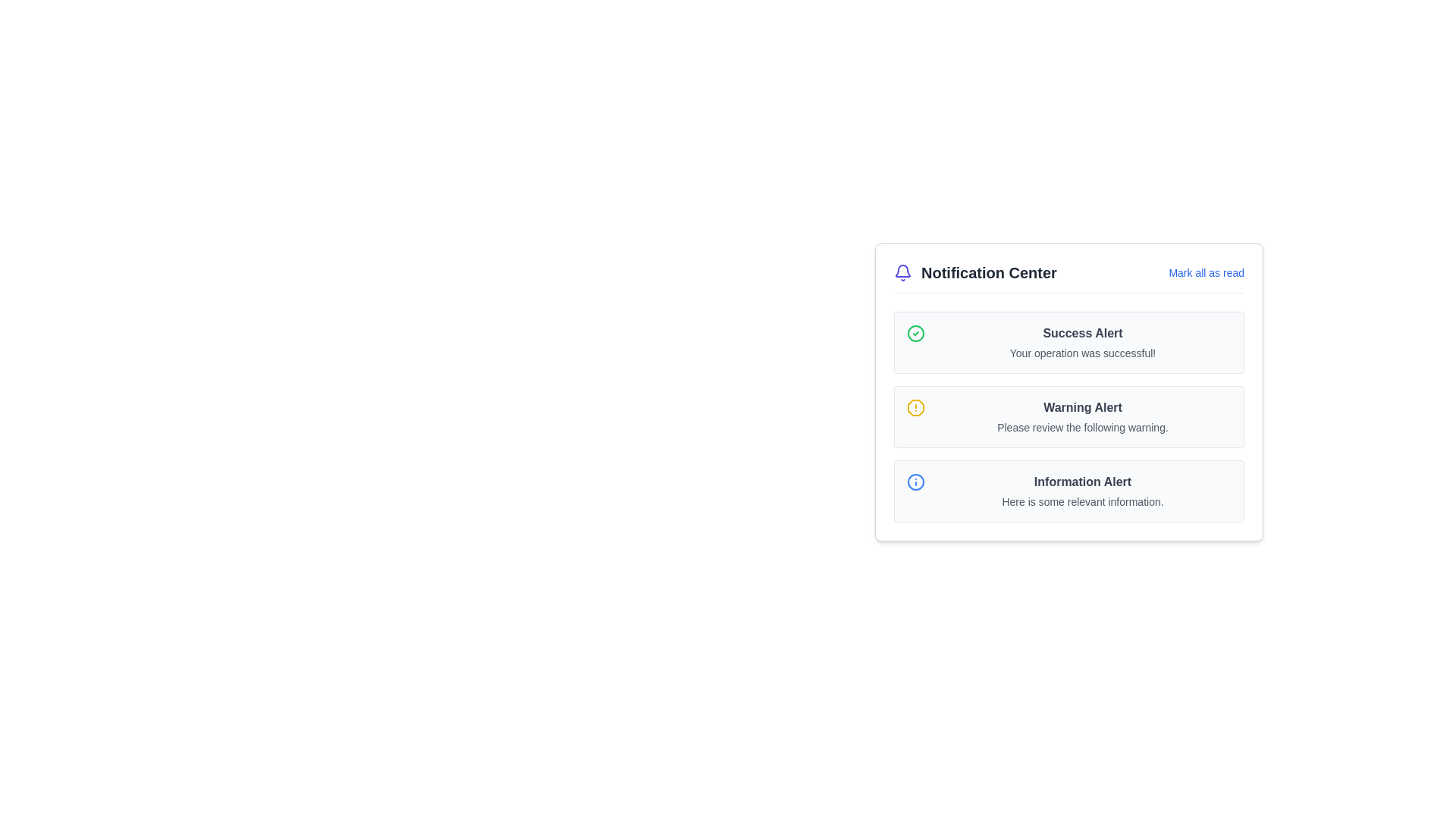 Image resolution: width=1456 pixels, height=819 pixels. What do you see at coordinates (1206, 271) in the screenshot?
I see `the 'Mark all as read' button using keyboard navigation` at bounding box center [1206, 271].